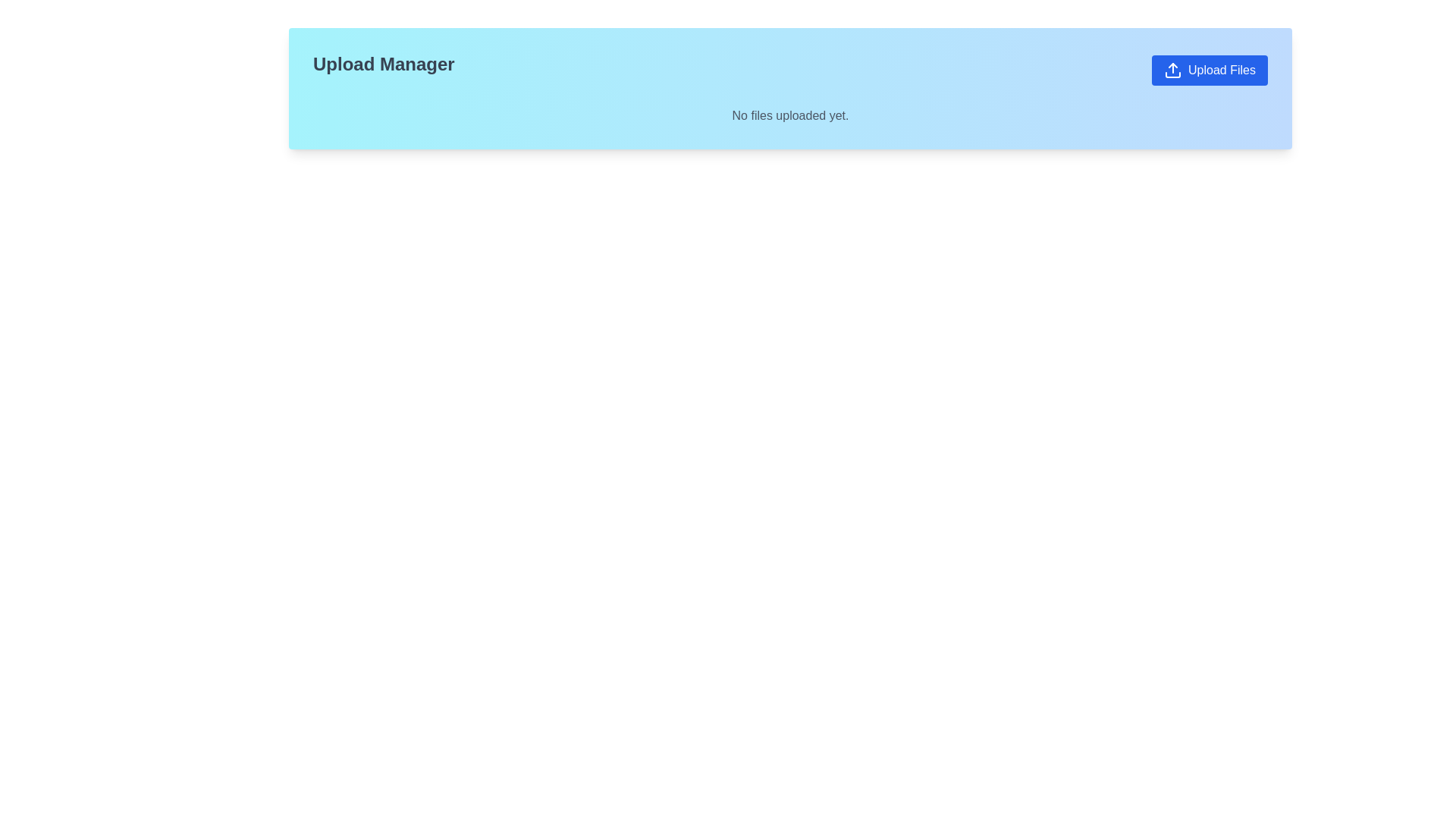 The image size is (1456, 819). Describe the element at coordinates (789, 115) in the screenshot. I see `the static text indicating no files uploaded, located in the upload manager UI below the 'Upload Files' button and the title 'Upload Manager'` at that location.